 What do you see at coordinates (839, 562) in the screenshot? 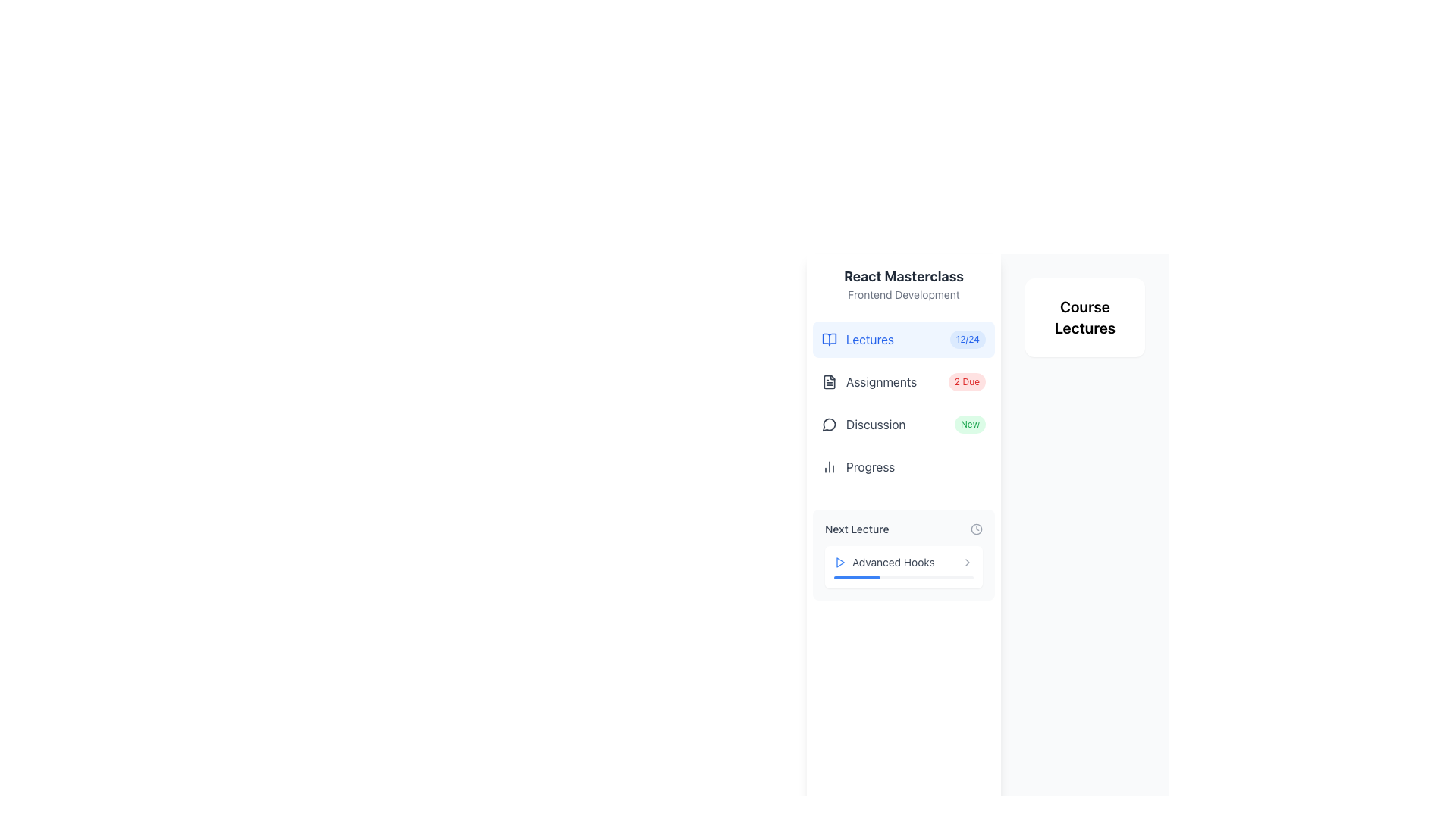
I see `the triangular play icon button, styled with a blue fill, located near the lower center of the interactive panel next to the 'Advanced Hooks' text under the 'Next Lecture' section to play or start the associated action` at bounding box center [839, 562].